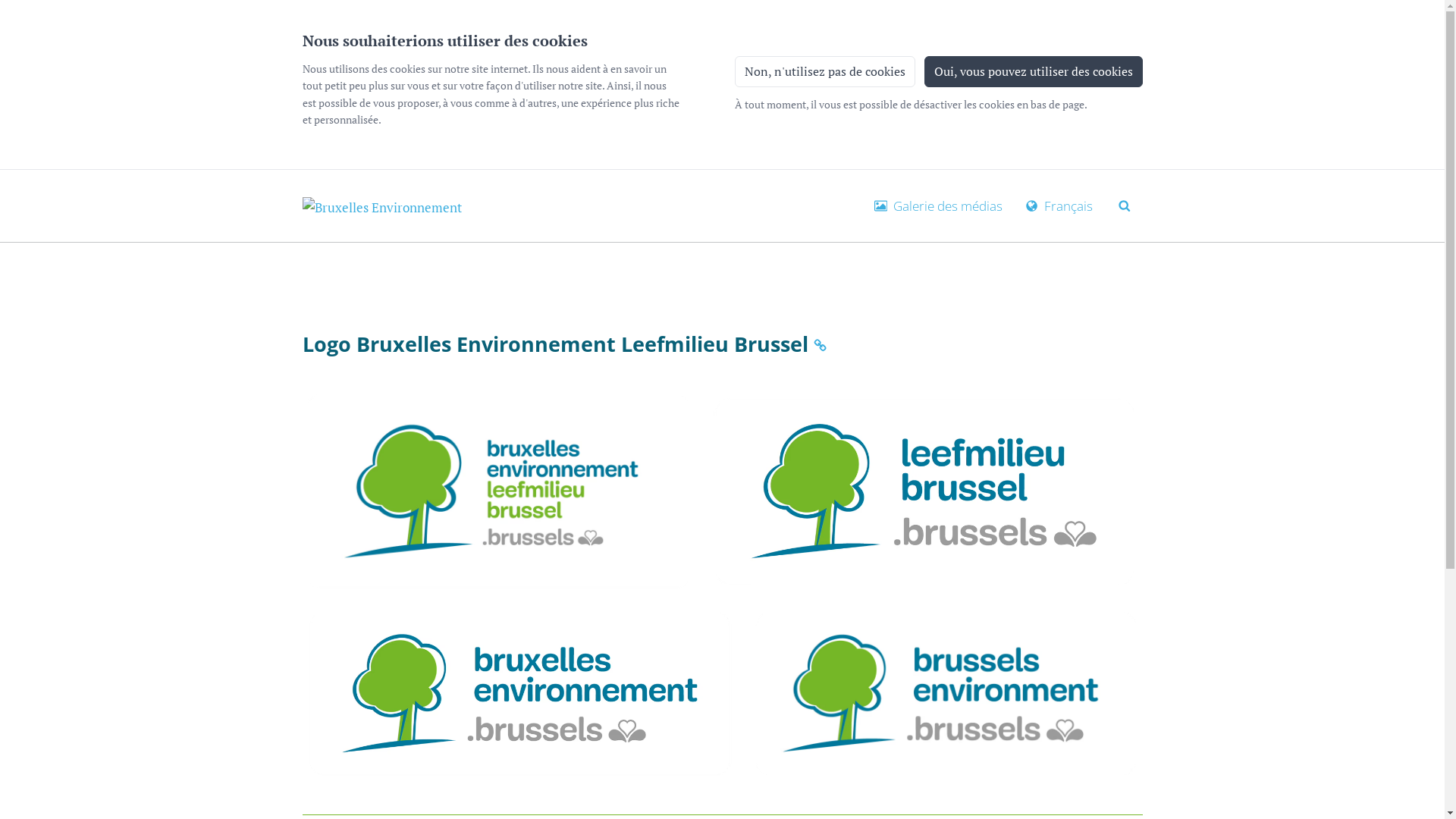  I want to click on 'Non, n'utilisez pas de cookies', so click(823, 71).